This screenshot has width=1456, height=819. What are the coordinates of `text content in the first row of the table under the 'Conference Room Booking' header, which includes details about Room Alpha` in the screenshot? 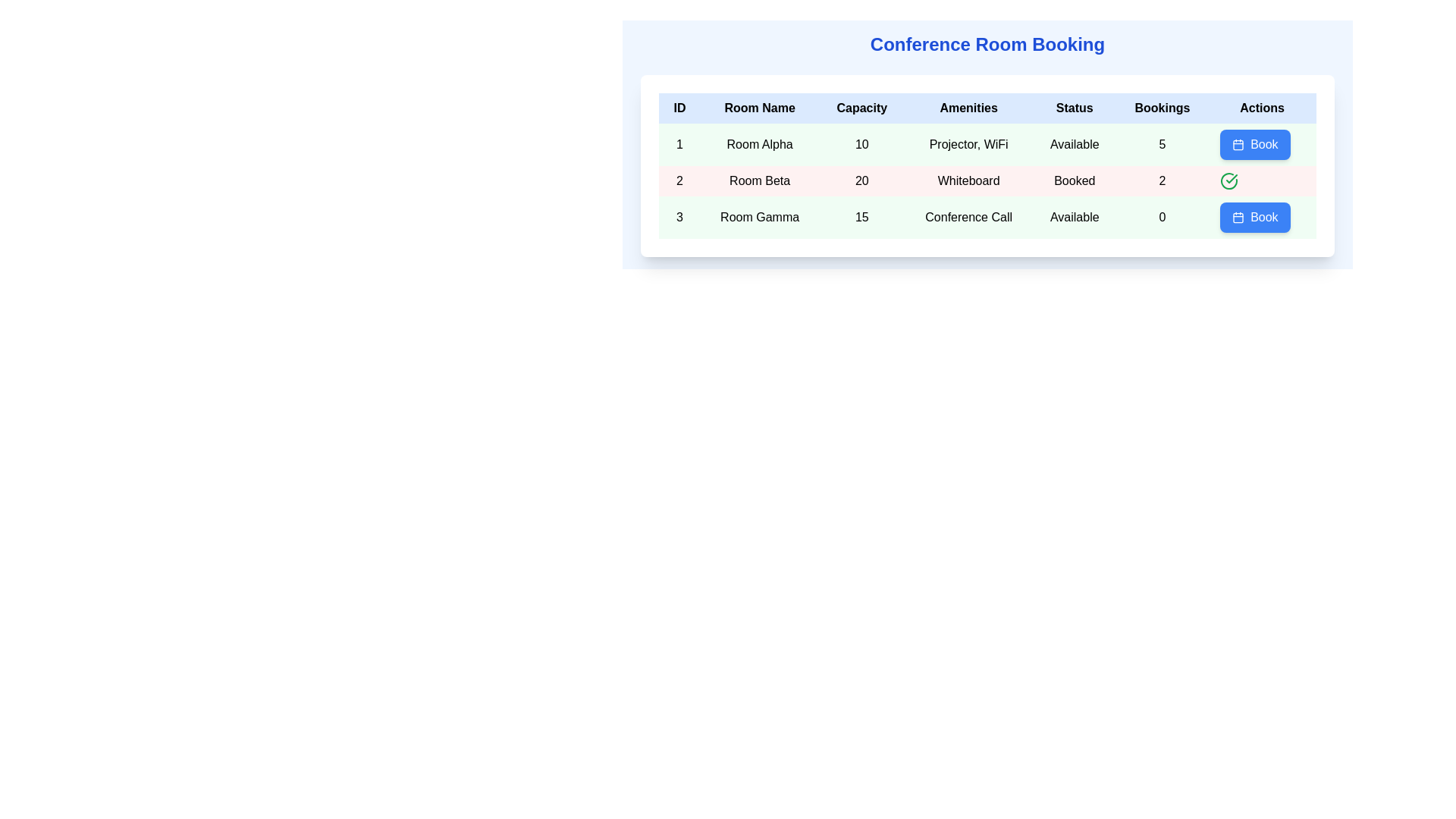 It's located at (987, 145).